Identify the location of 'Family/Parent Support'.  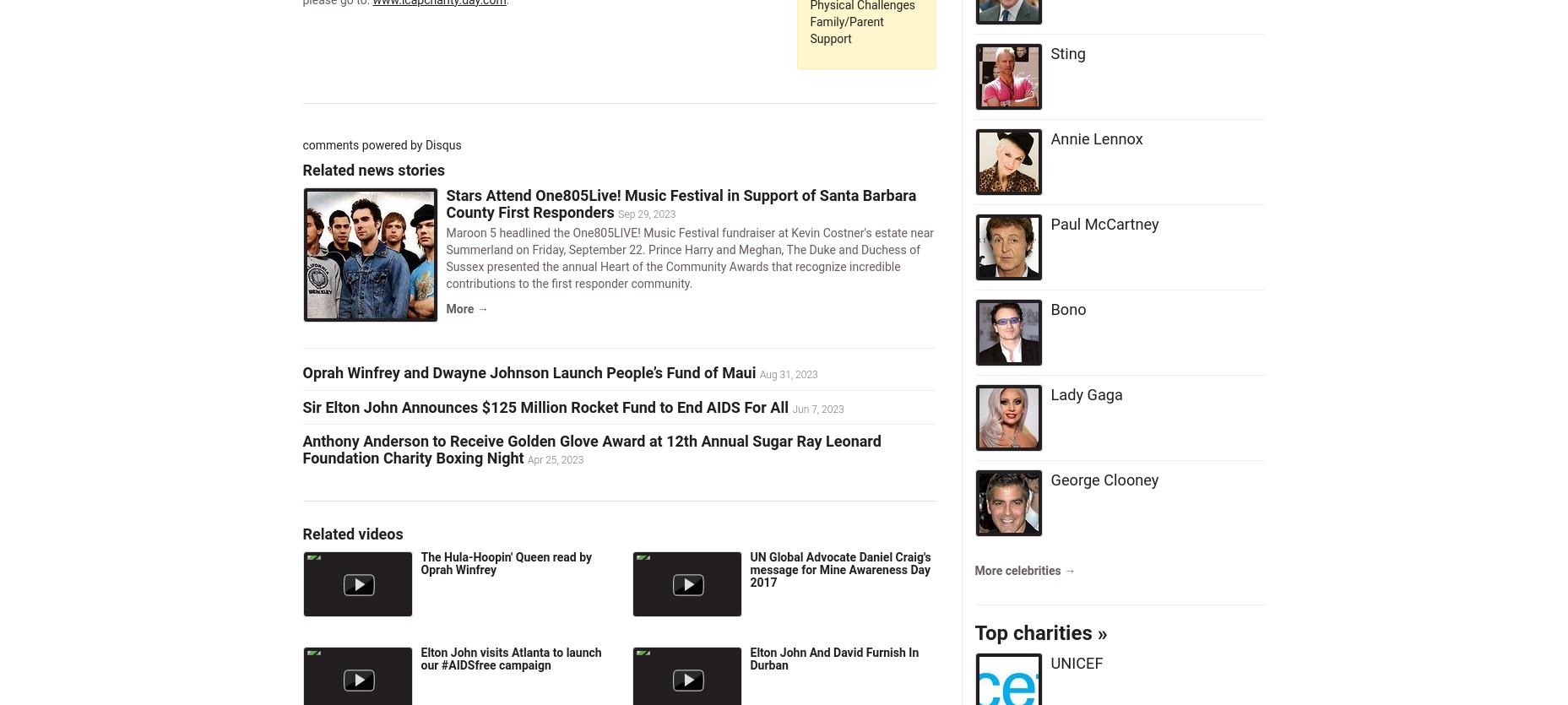
(846, 29).